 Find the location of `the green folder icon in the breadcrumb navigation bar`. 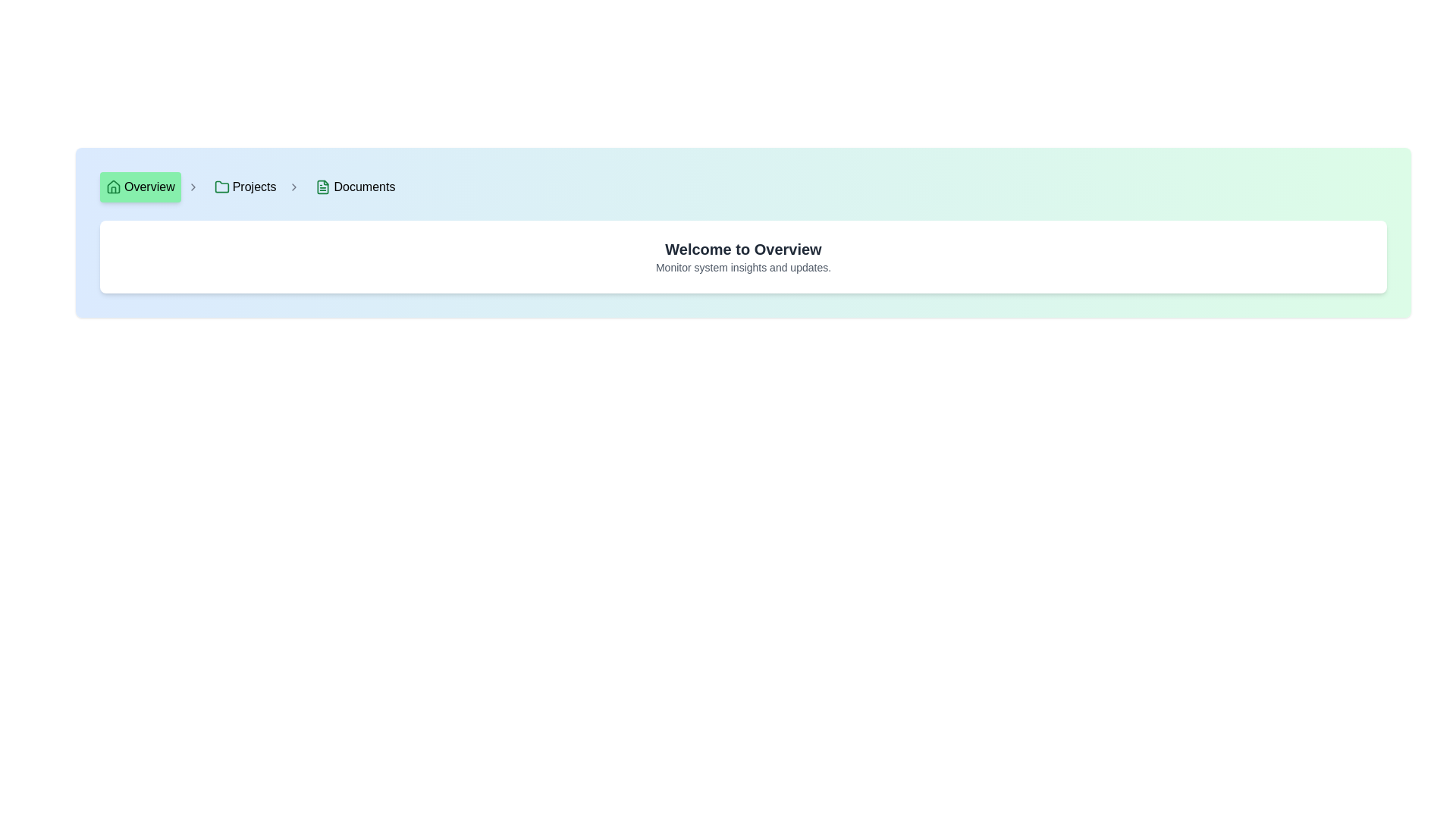

the green folder icon in the breadcrumb navigation bar is located at coordinates (221, 186).